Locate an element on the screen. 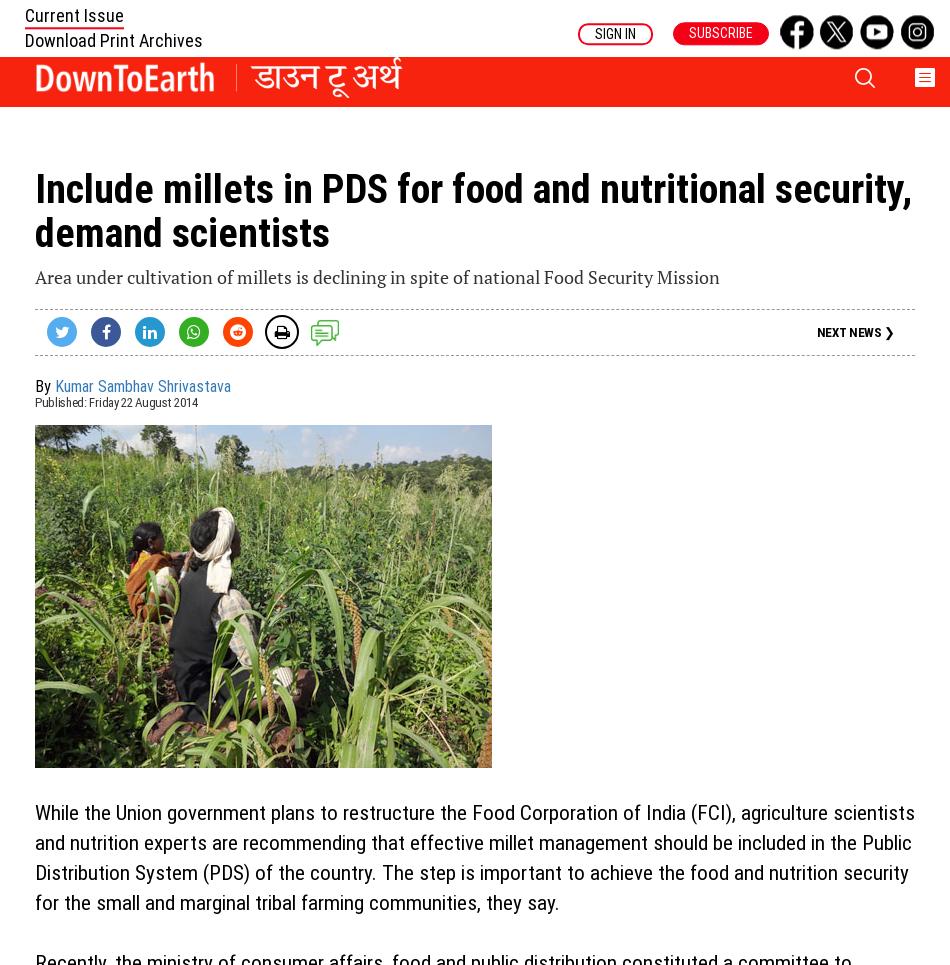 This screenshot has height=965, width=950. 'By' is located at coordinates (34, 385).